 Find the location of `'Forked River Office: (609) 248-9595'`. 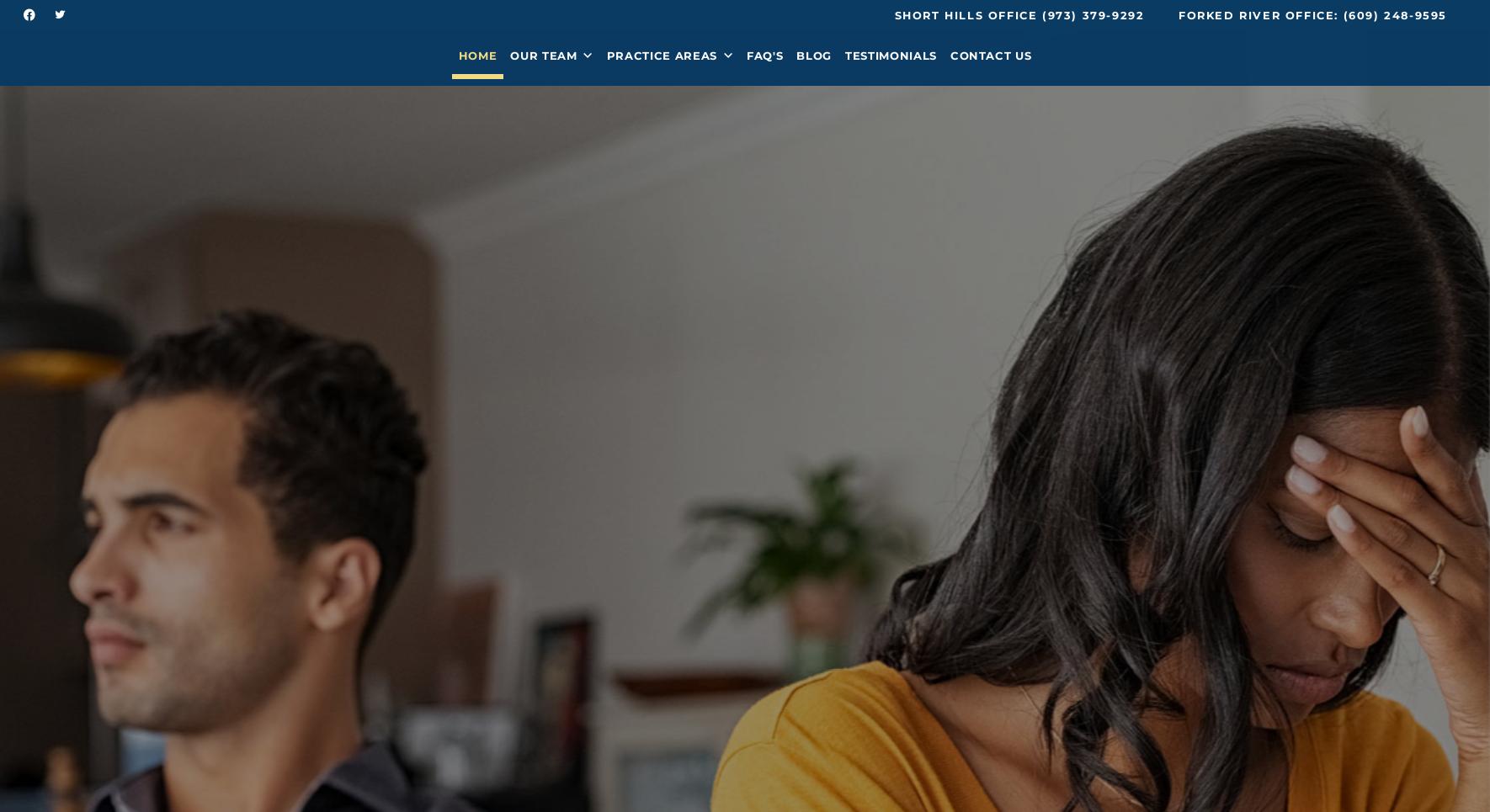

'Forked River Office: (609) 248-9595' is located at coordinates (1312, 14).